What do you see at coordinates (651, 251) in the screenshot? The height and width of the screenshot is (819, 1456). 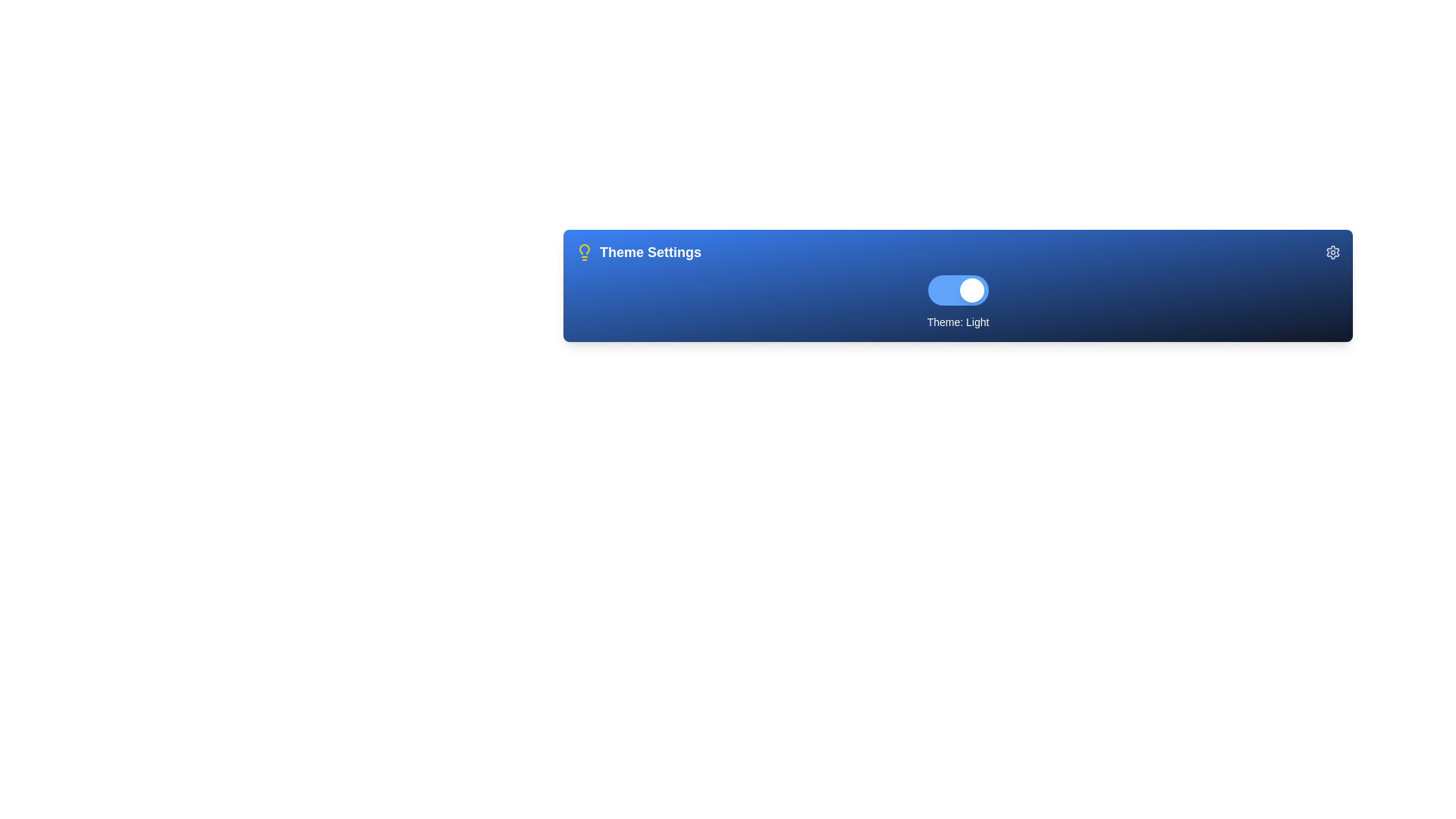 I see `text from the label indicating theme settings, which is located to the immediate right of a lightbulb icon in the blue section` at bounding box center [651, 251].